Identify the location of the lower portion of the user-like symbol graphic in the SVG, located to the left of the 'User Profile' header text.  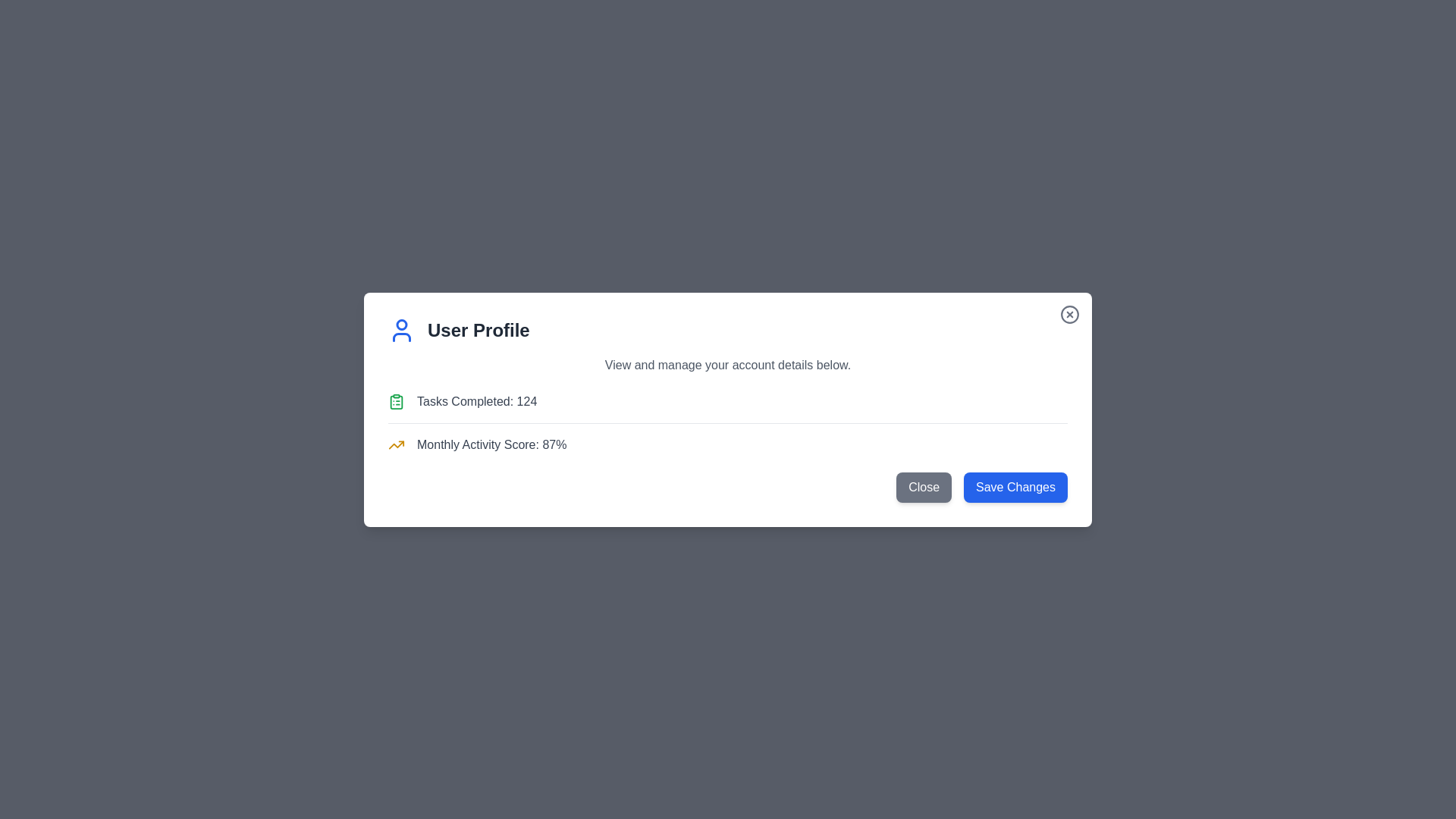
(401, 336).